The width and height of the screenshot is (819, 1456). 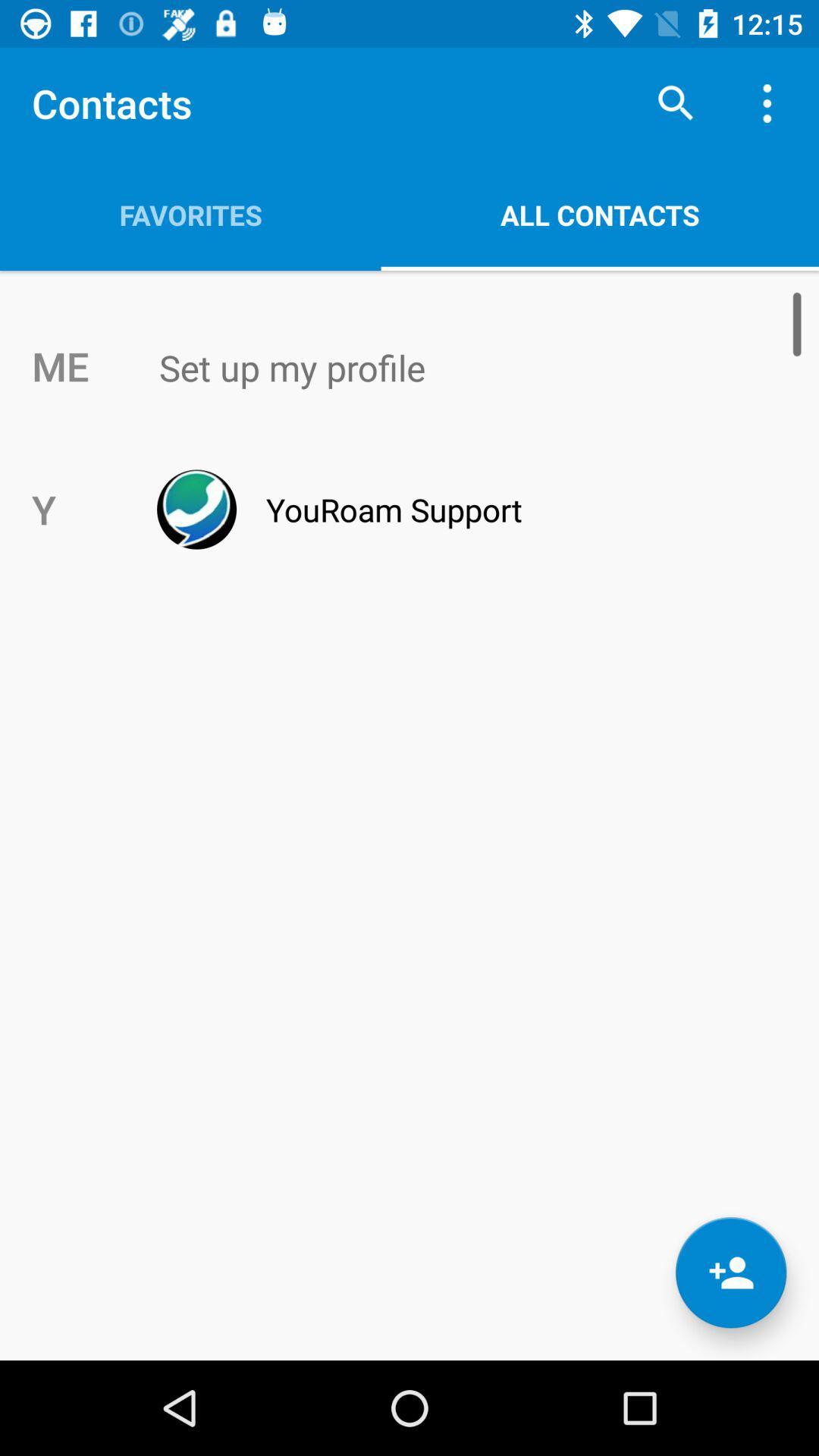 What do you see at coordinates (730, 1272) in the screenshot?
I see `the follow icon` at bounding box center [730, 1272].